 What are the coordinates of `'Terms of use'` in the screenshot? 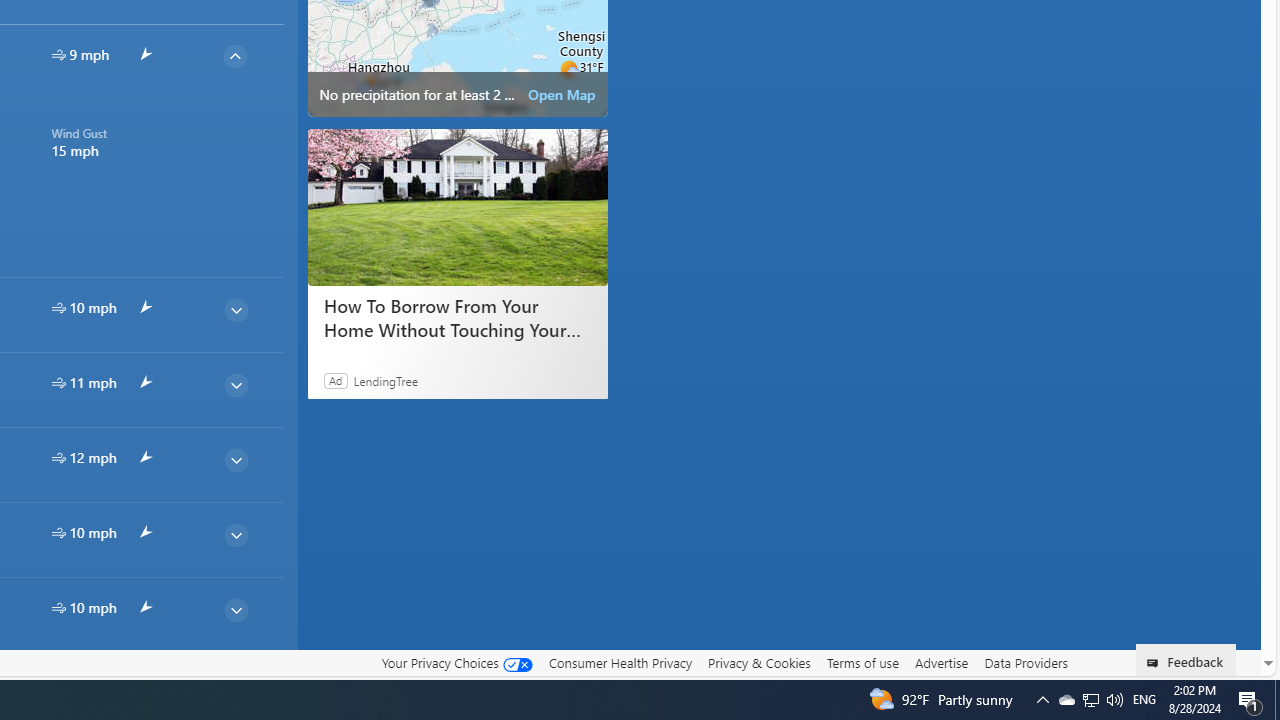 It's located at (862, 663).